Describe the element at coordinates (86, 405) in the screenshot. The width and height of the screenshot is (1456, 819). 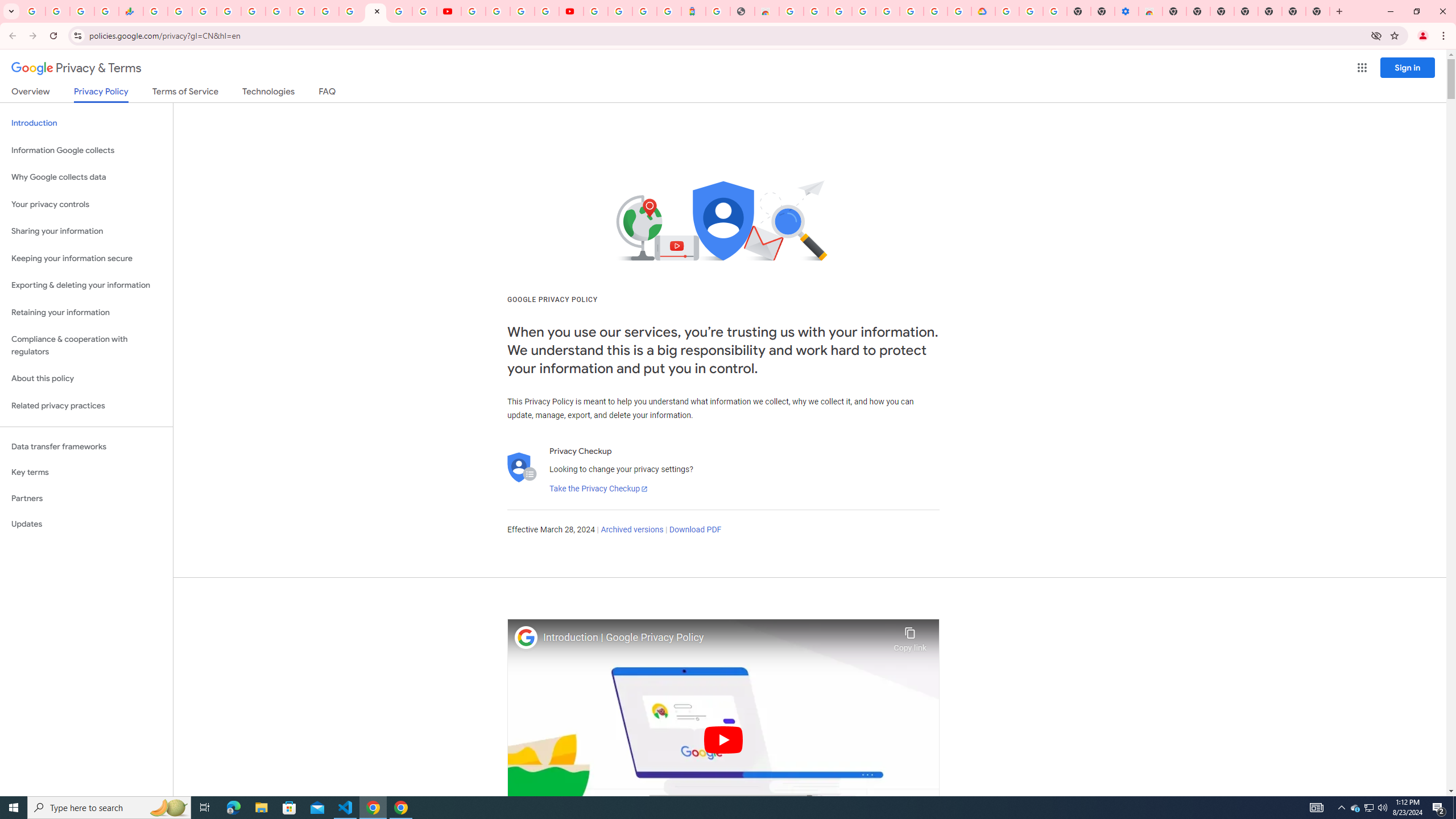
I see `'Related privacy practices'` at that location.